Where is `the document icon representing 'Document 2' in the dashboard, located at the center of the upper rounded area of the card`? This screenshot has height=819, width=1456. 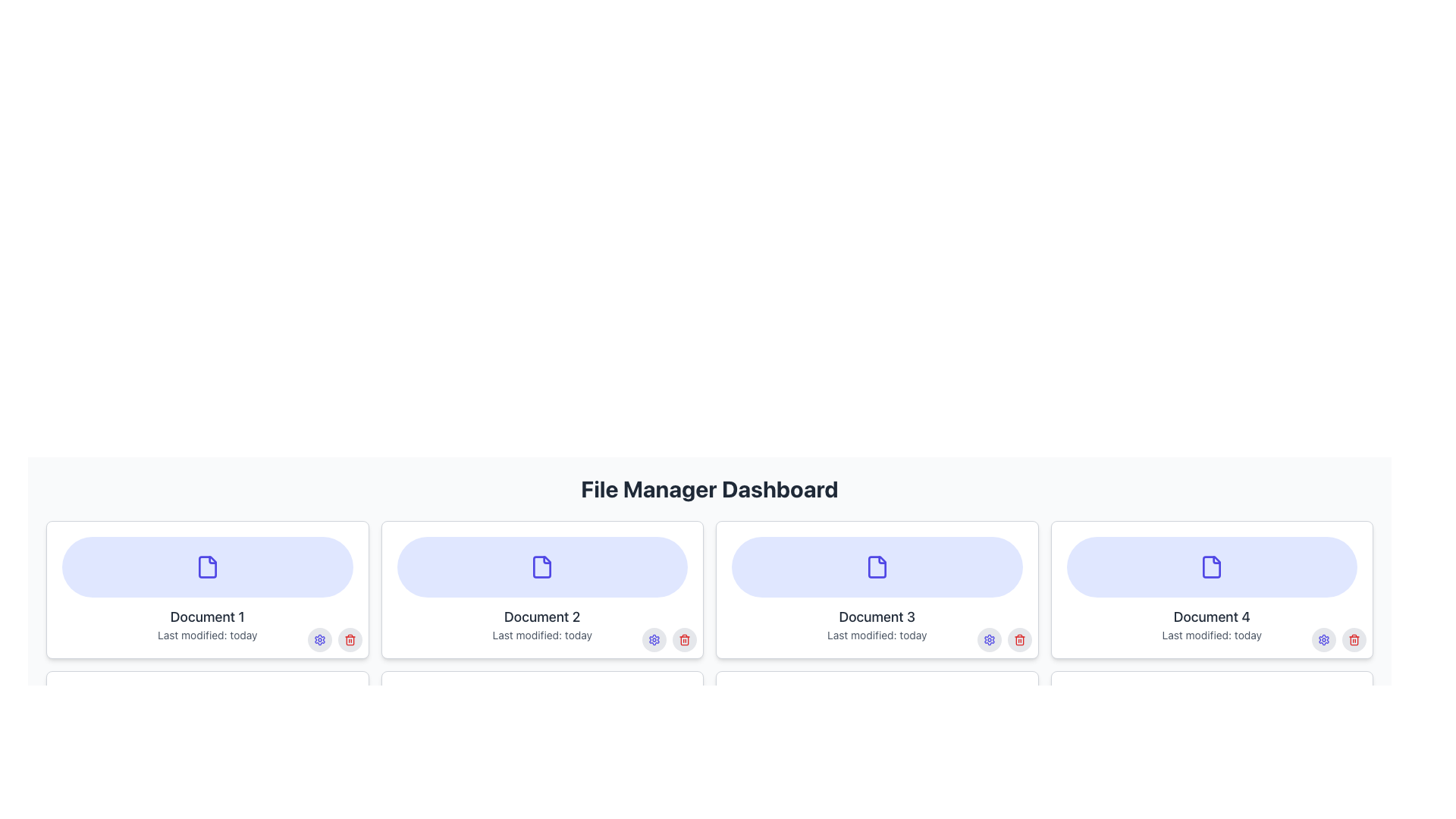 the document icon representing 'Document 2' in the dashboard, located at the center of the upper rounded area of the card is located at coordinates (542, 567).